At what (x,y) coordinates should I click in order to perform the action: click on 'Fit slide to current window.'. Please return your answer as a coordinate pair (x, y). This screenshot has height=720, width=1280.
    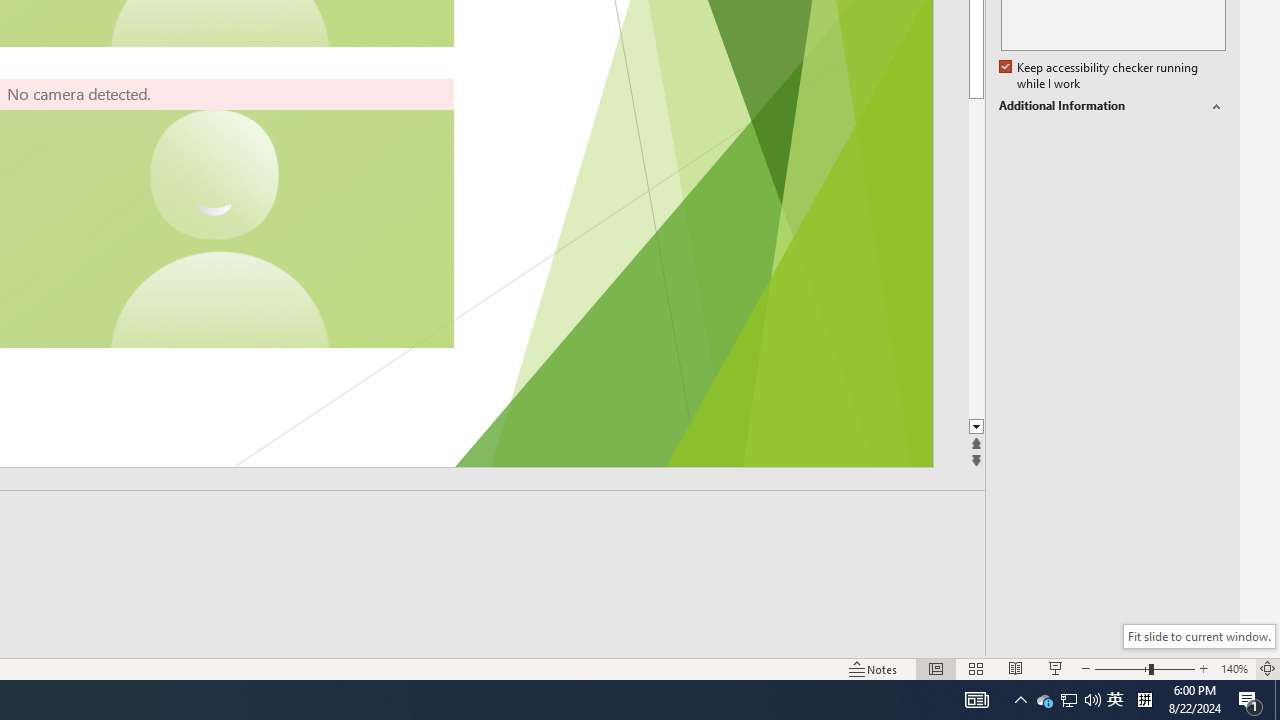
    Looking at the image, I should click on (1199, 636).